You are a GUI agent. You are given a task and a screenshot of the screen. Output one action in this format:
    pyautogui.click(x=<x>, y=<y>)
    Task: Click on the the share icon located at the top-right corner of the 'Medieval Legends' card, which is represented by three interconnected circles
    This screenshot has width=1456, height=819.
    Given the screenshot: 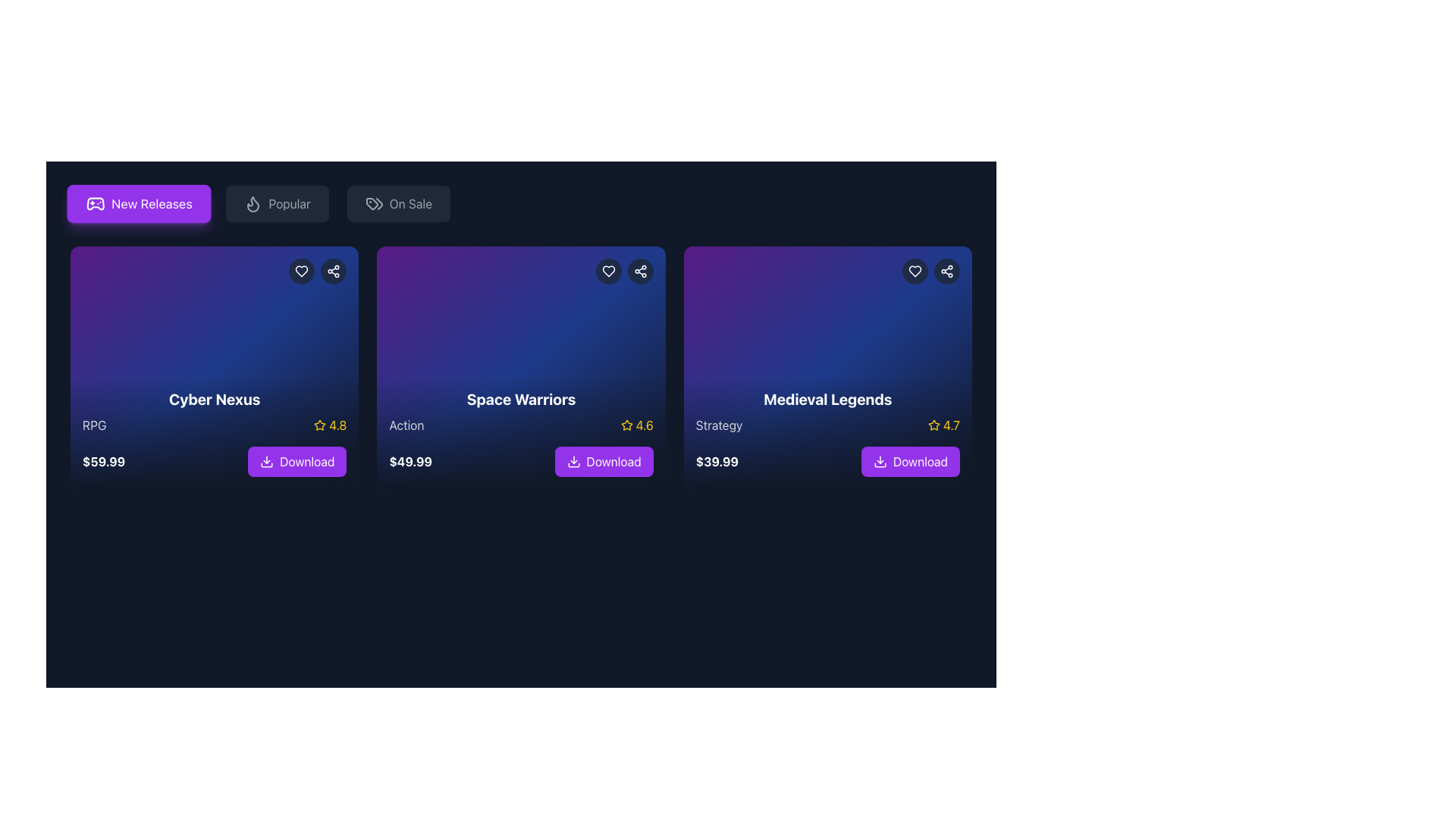 What is the action you would take?
    pyautogui.click(x=946, y=271)
    